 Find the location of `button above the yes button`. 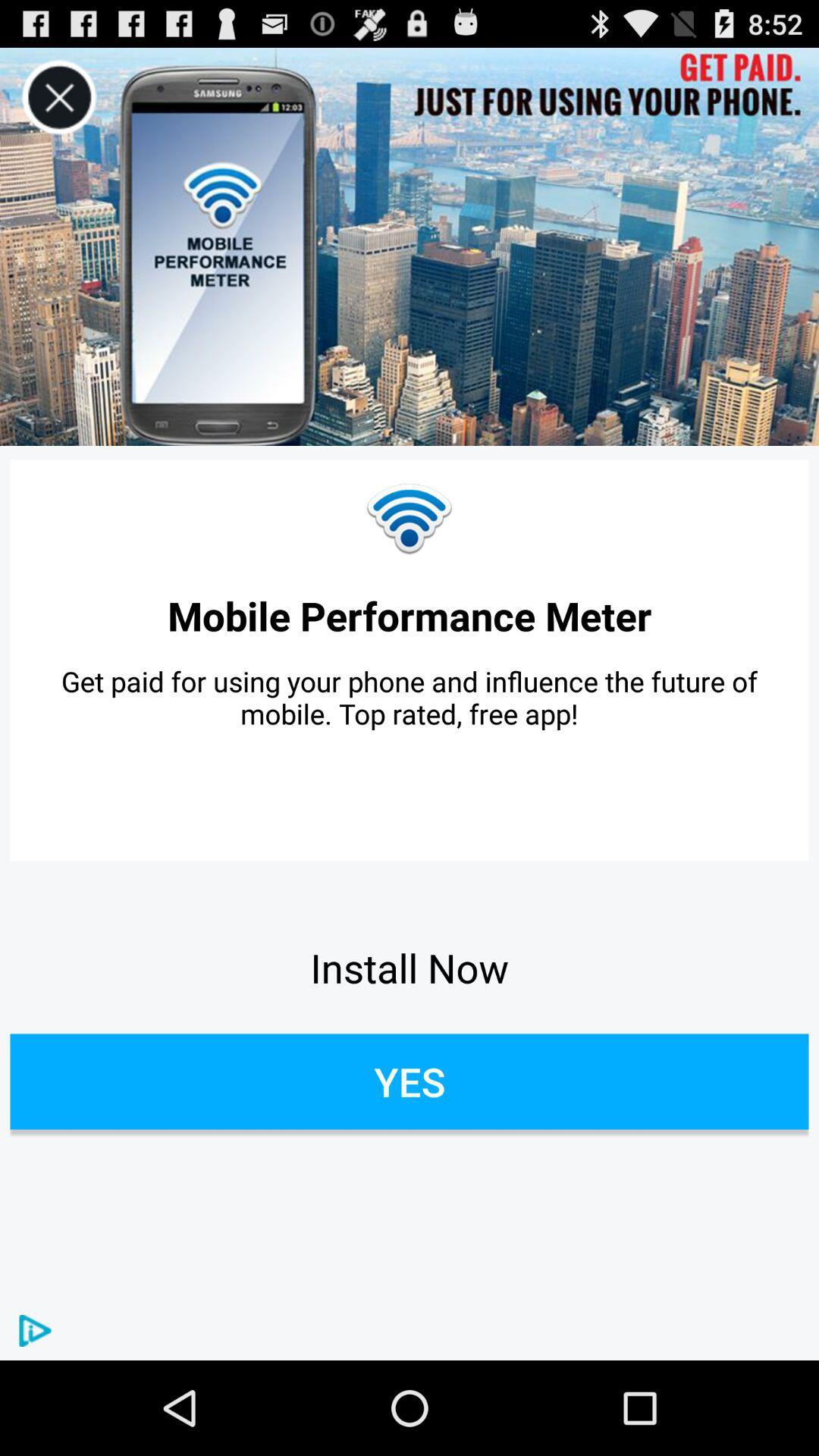

button above the yes button is located at coordinates (409, 967).